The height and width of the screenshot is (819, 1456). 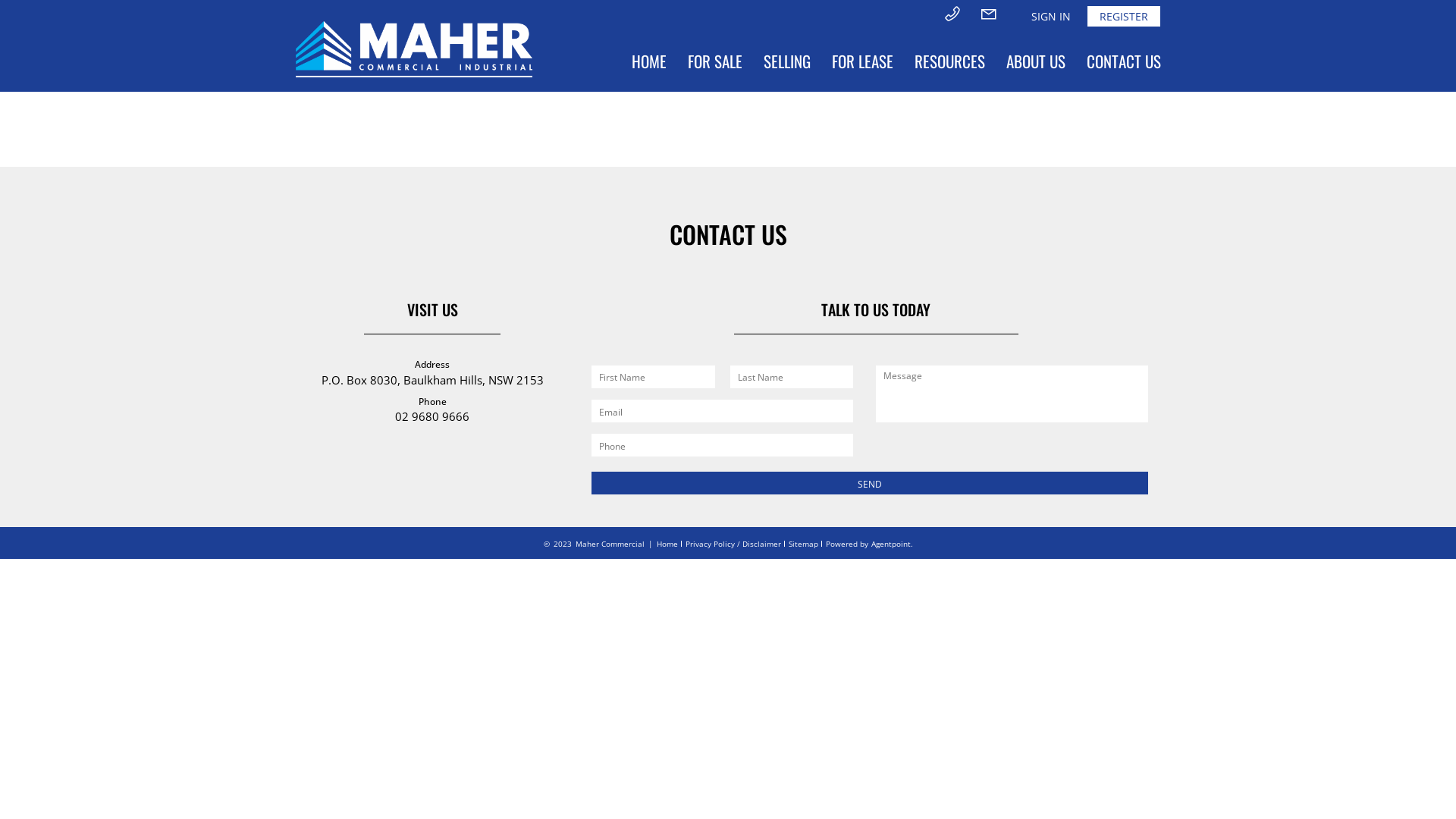 I want to click on 'ABOUT US', so click(x=996, y=61).